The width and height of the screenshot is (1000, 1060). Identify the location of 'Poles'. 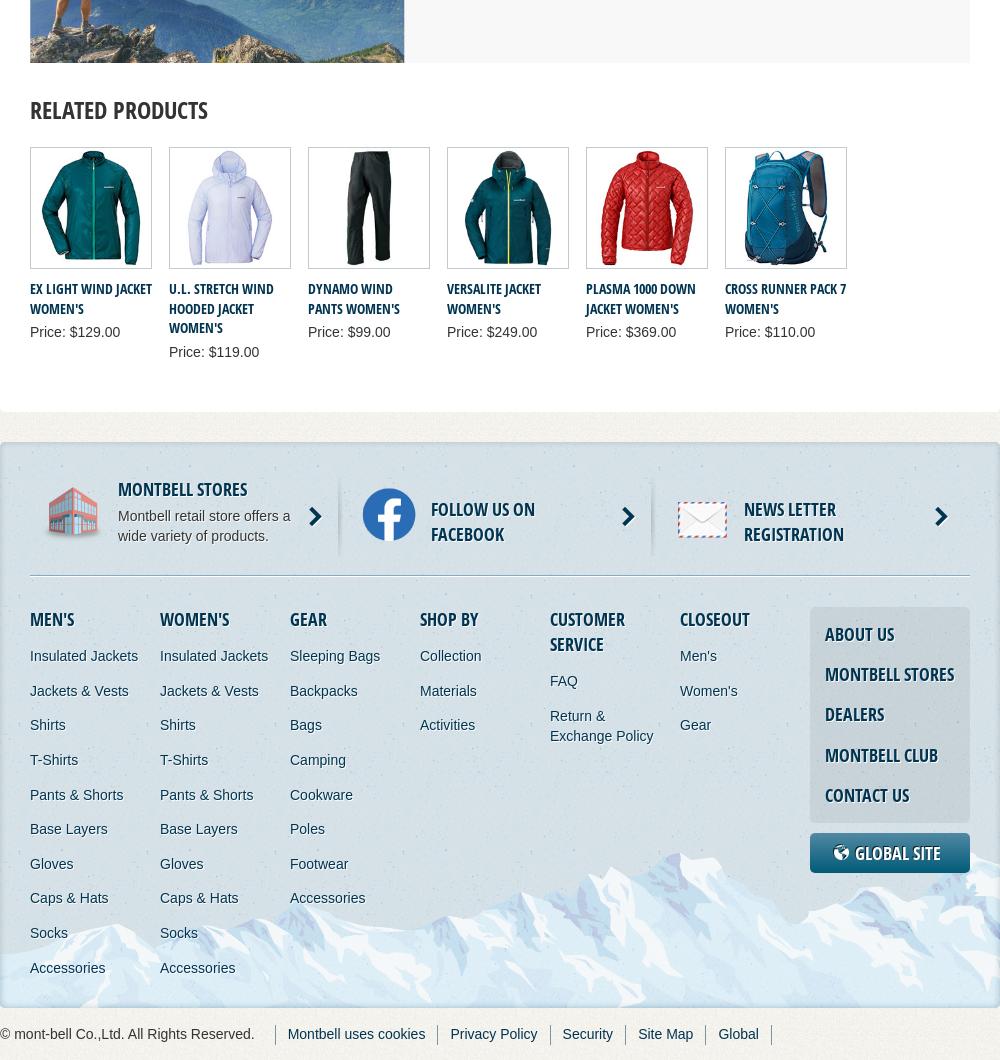
(307, 829).